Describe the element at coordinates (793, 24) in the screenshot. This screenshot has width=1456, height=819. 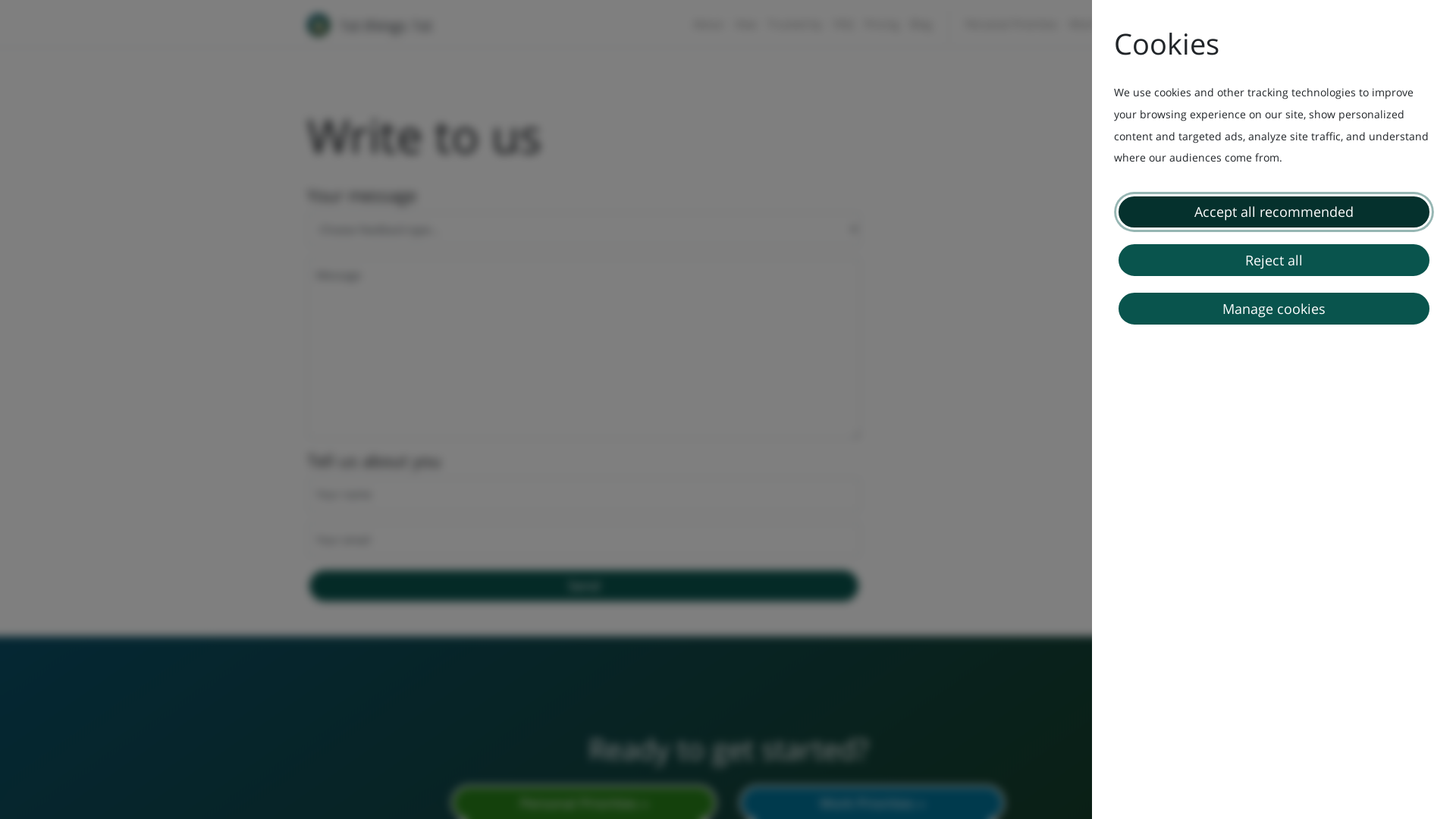
I see `'Trusted by'` at that location.